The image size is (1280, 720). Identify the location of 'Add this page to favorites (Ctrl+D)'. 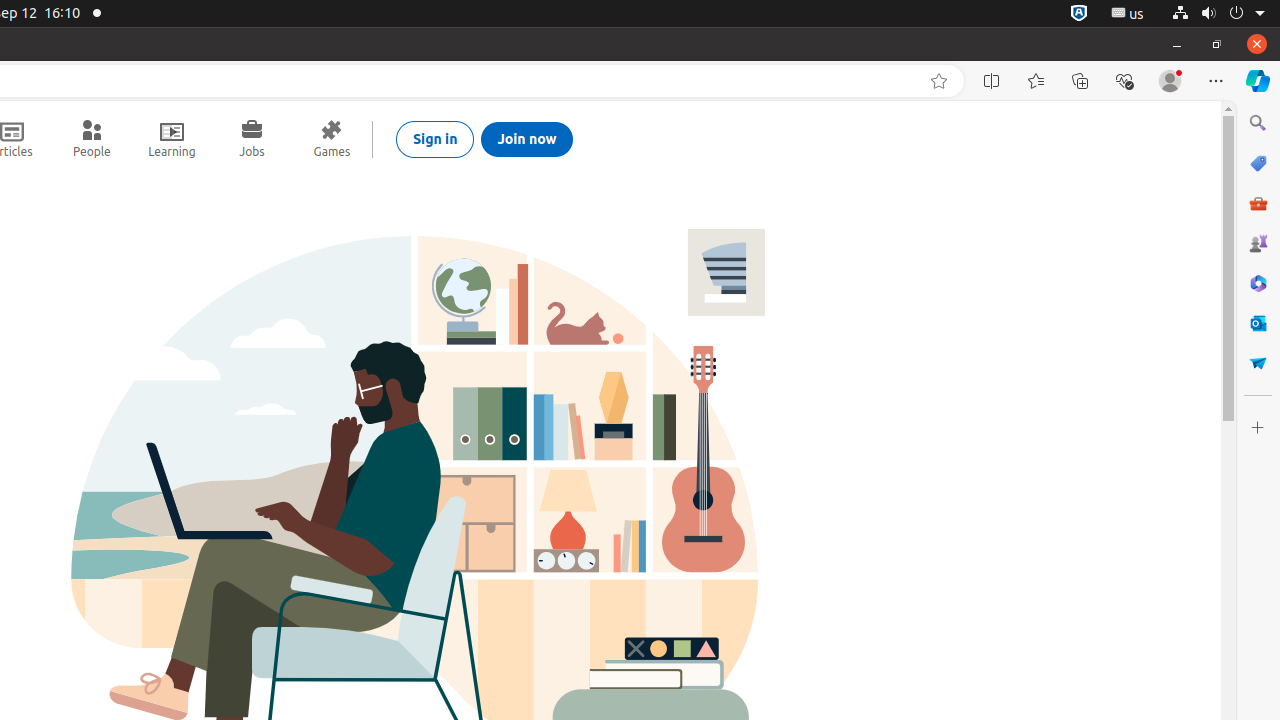
(938, 80).